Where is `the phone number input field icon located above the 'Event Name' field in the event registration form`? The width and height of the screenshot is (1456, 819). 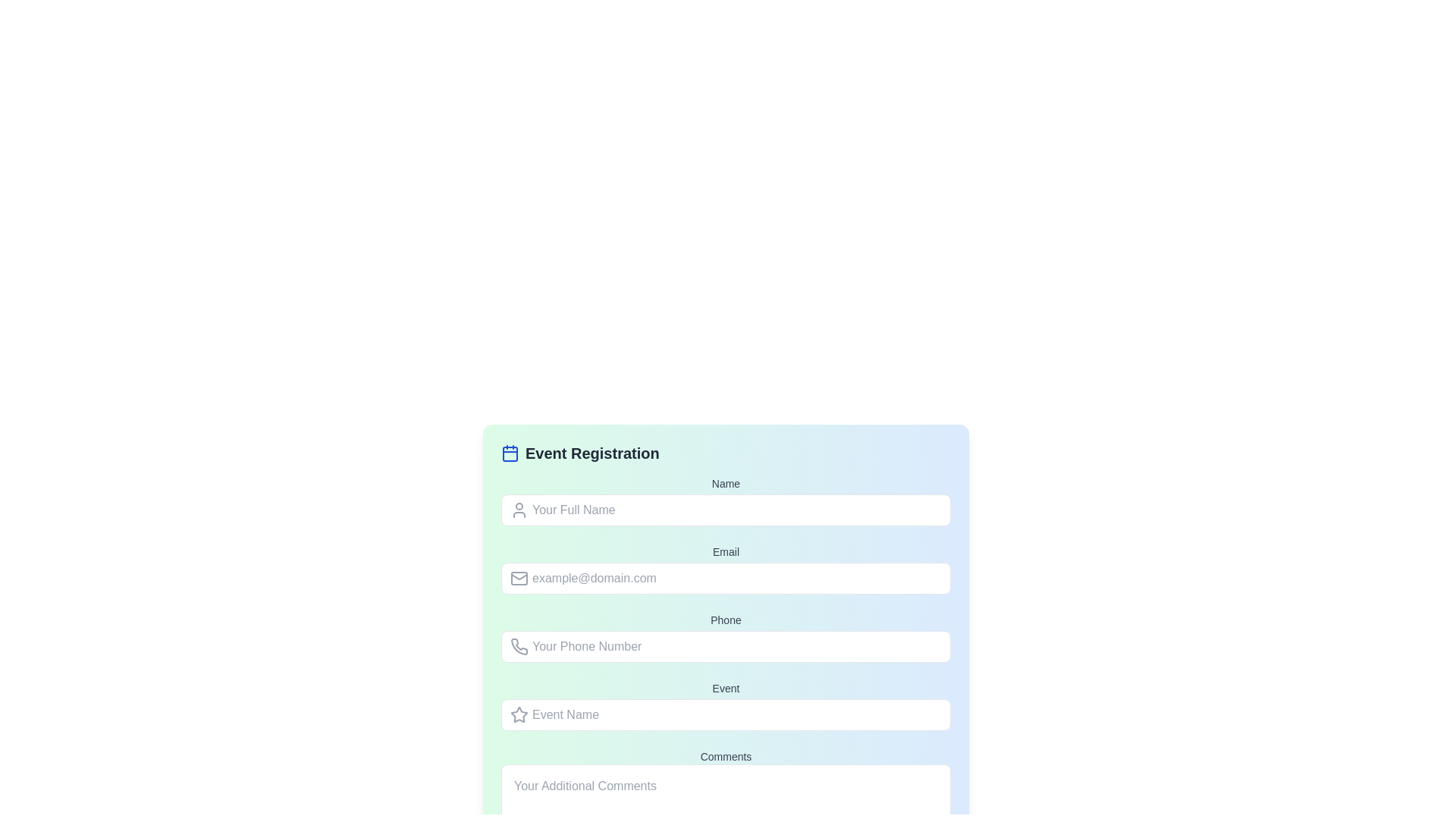
the phone number input field icon located above the 'Event Name' field in the event registration form is located at coordinates (519, 646).